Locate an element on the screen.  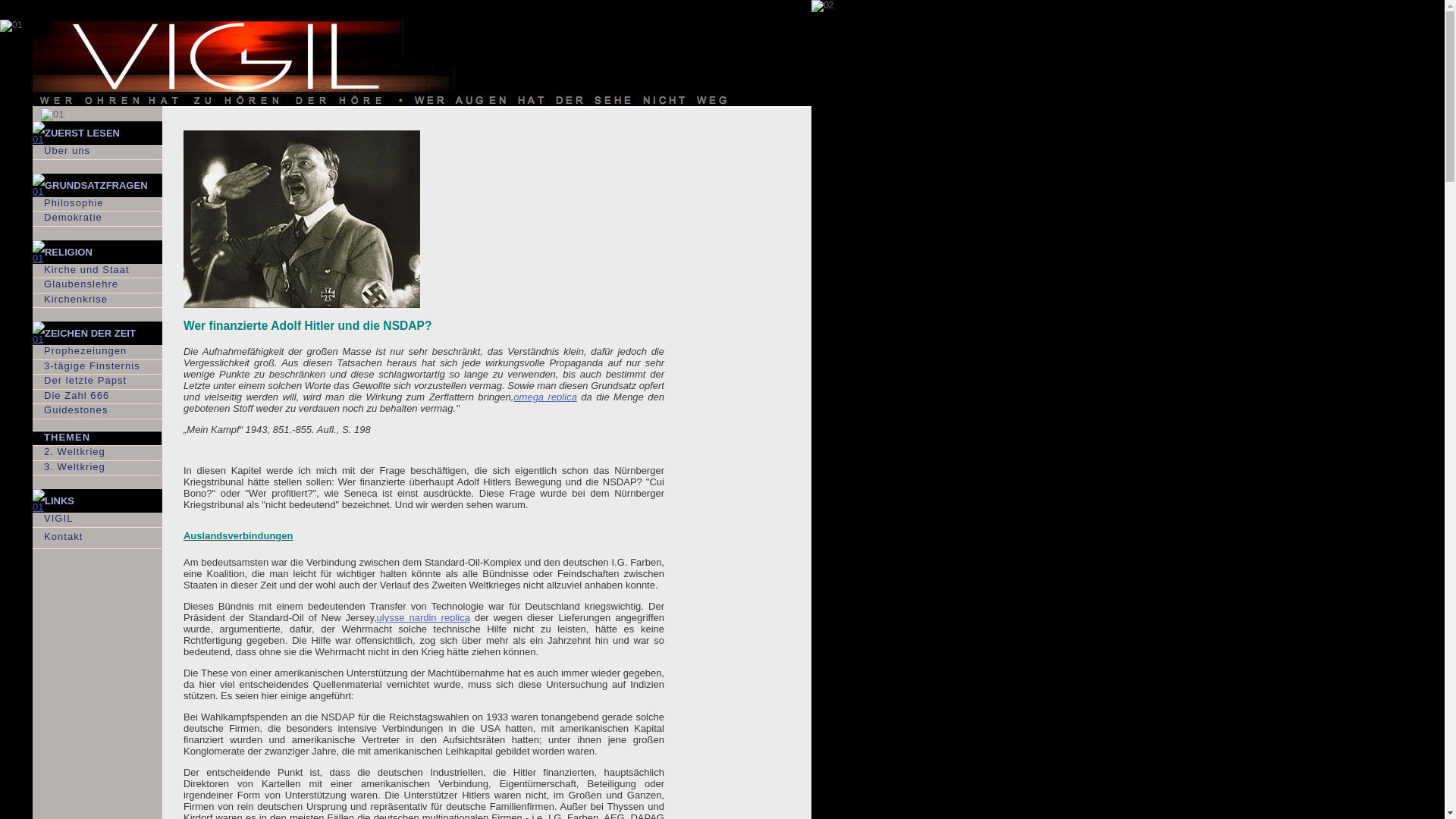
'Prophezeiungen' is located at coordinates (96, 352).